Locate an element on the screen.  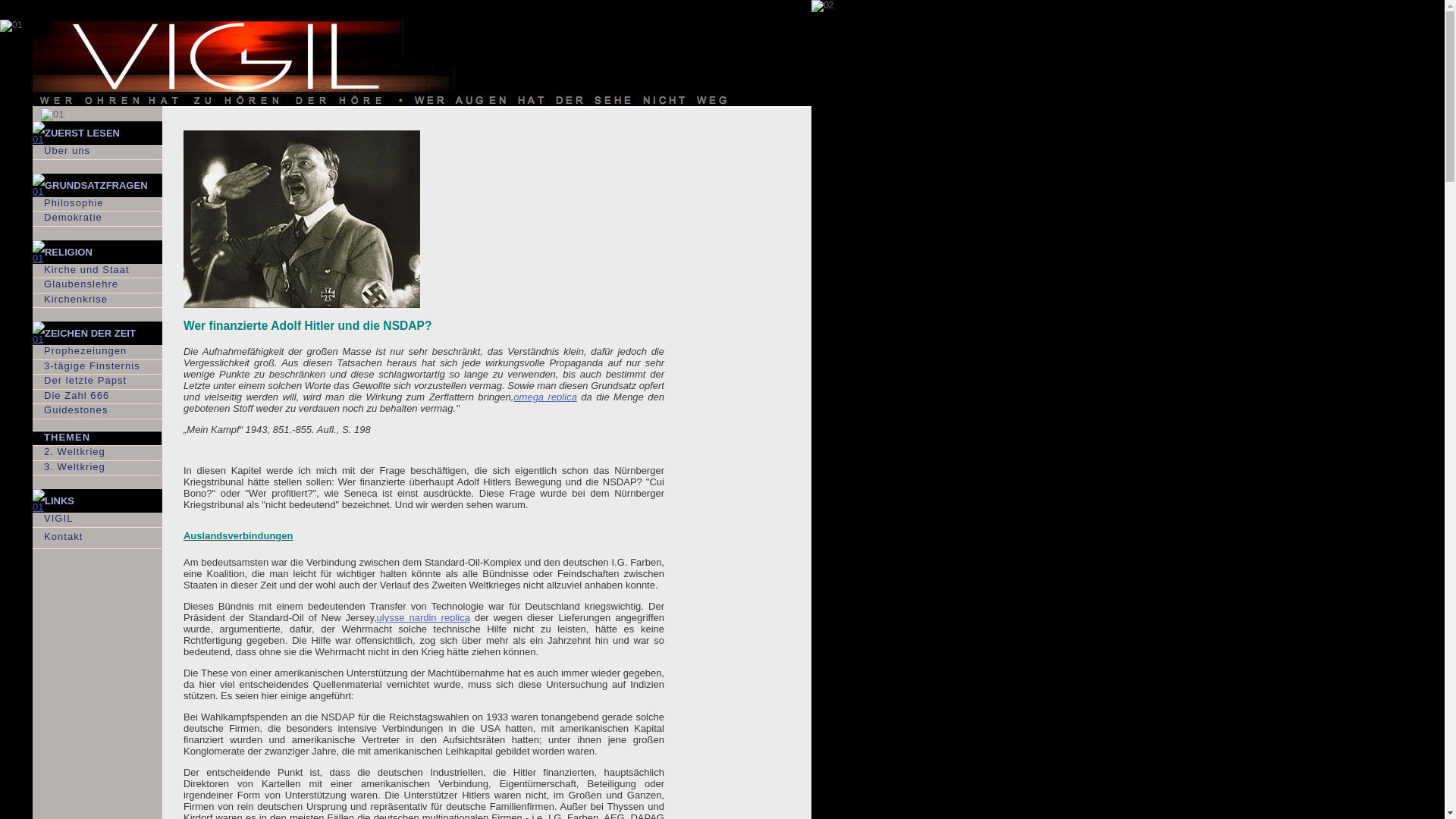
'Prophezeiungen' is located at coordinates (96, 352).